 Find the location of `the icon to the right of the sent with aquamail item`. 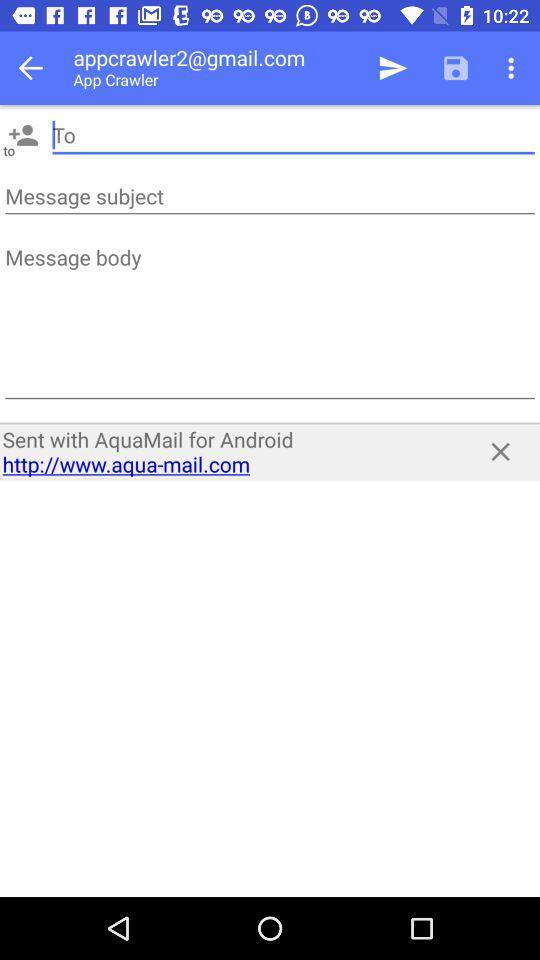

the icon to the right of the sent with aquamail item is located at coordinates (499, 451).